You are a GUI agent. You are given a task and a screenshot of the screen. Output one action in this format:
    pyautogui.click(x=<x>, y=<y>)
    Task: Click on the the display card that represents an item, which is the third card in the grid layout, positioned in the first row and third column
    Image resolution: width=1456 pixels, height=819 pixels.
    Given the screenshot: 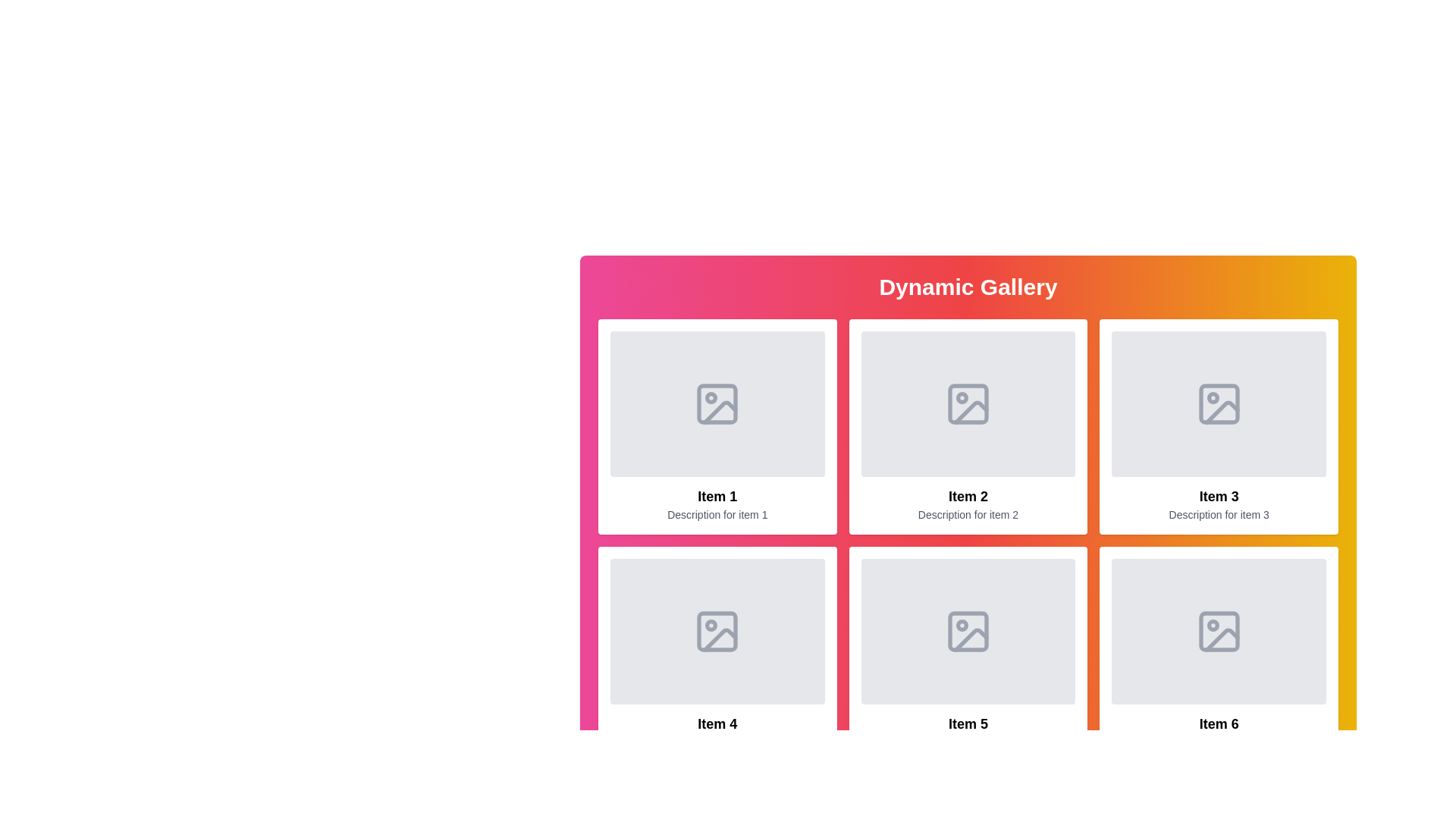 What is the action you would take?
    pyautogui.click(x=1219, y=427)
    